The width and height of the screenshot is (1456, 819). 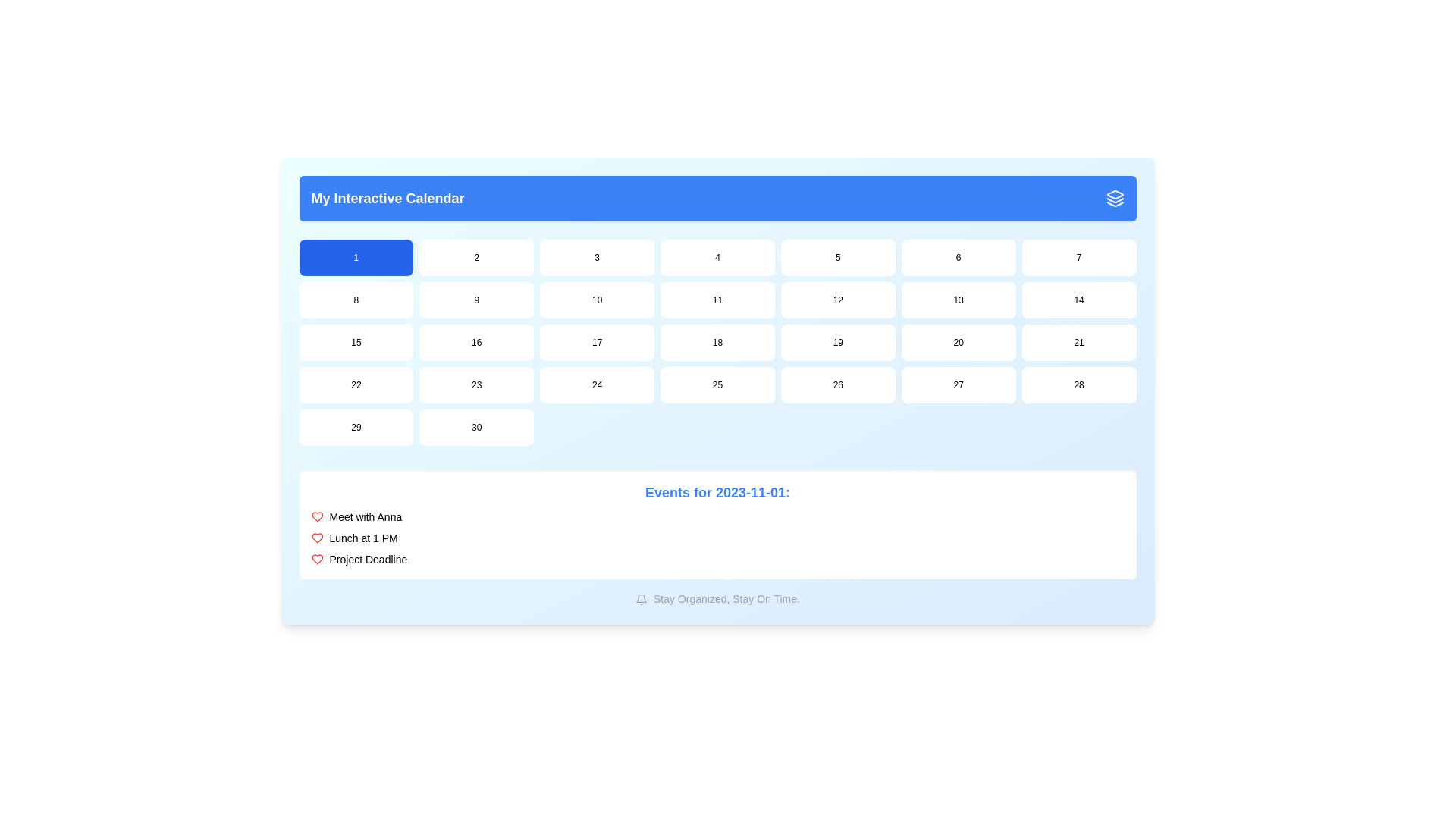 I want to click on the button displaying the number '18', which has a white background and rounded corners, so click(x=717, y=342).